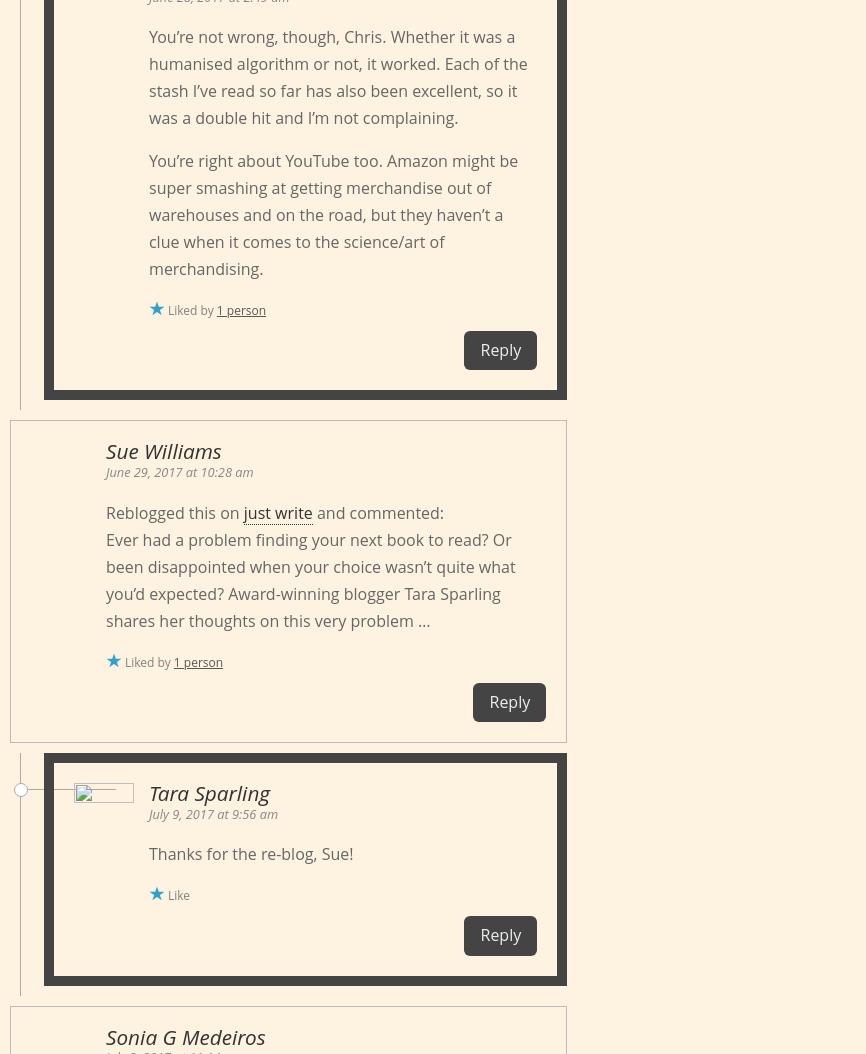  I want to click on 'Like', so click(179, 895).